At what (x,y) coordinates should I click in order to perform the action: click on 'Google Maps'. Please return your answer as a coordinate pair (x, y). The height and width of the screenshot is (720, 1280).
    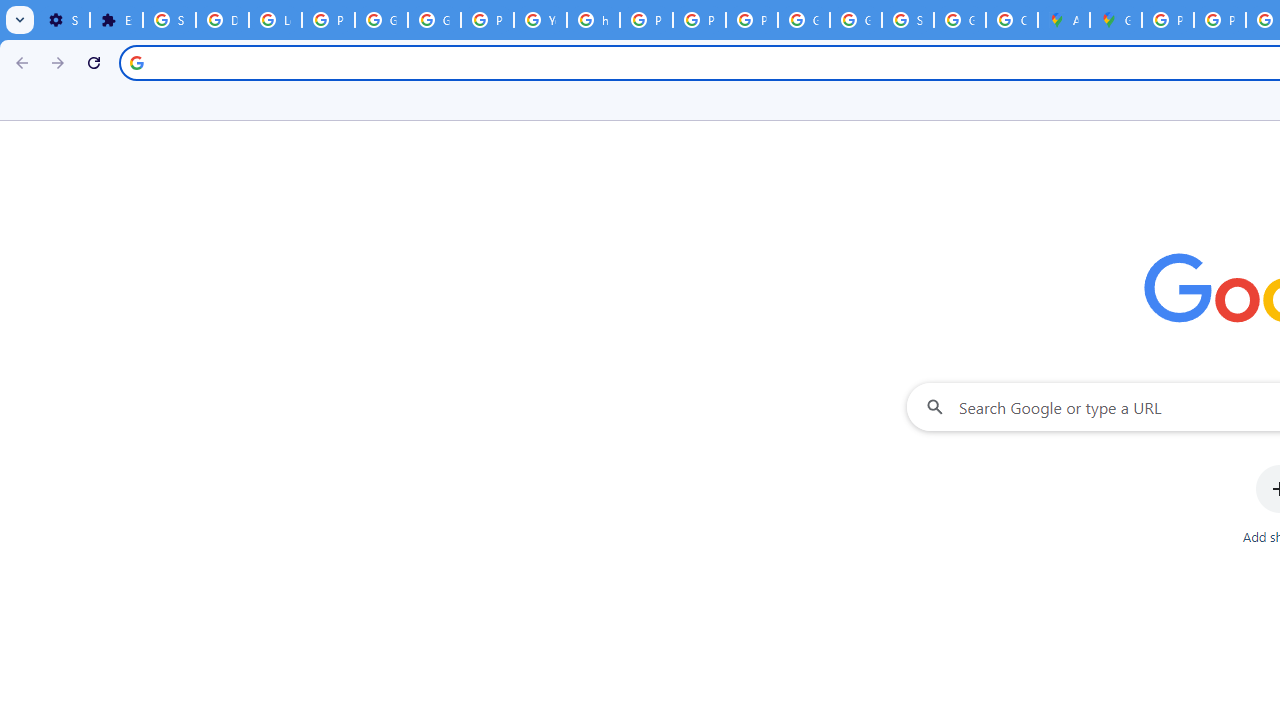
    Looking at the image, I should click on (1115, 20).